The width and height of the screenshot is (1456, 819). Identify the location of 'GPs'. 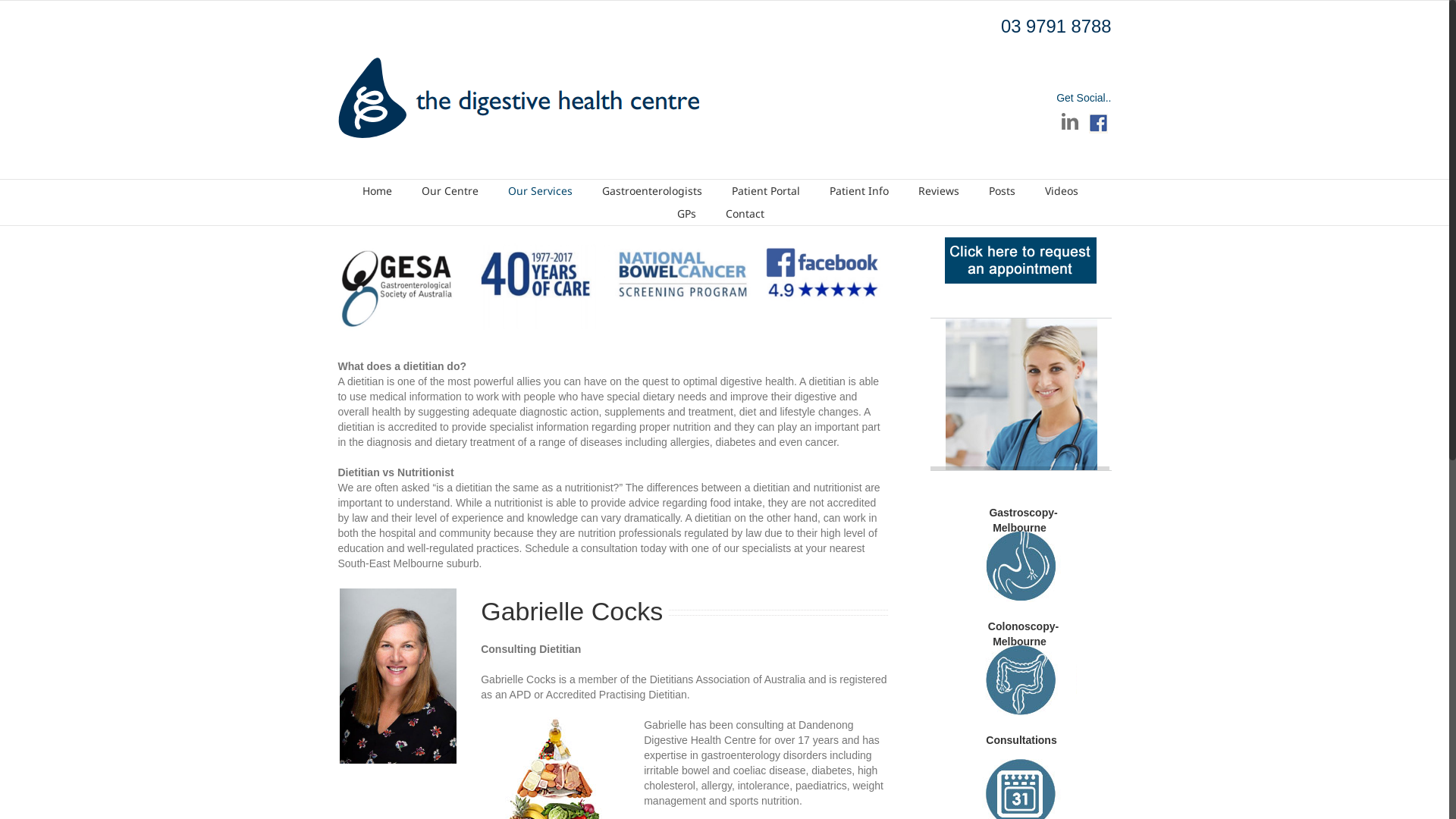
(685, 213).